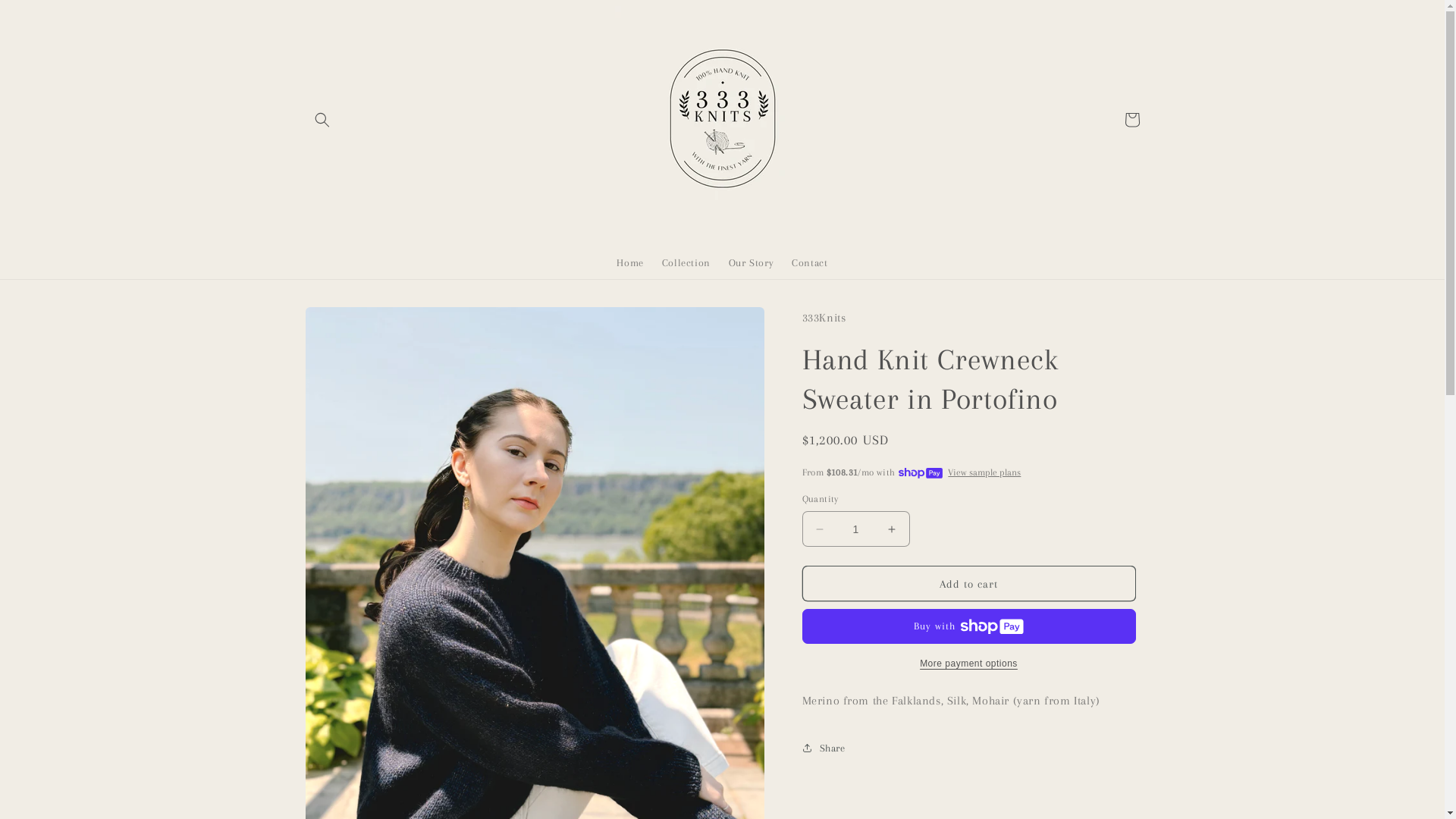 The height and width of the screenshot is (819, 1456). Describe the element at coordinates (686, 262) in the screenshot. I see `'Collection'` at that location.